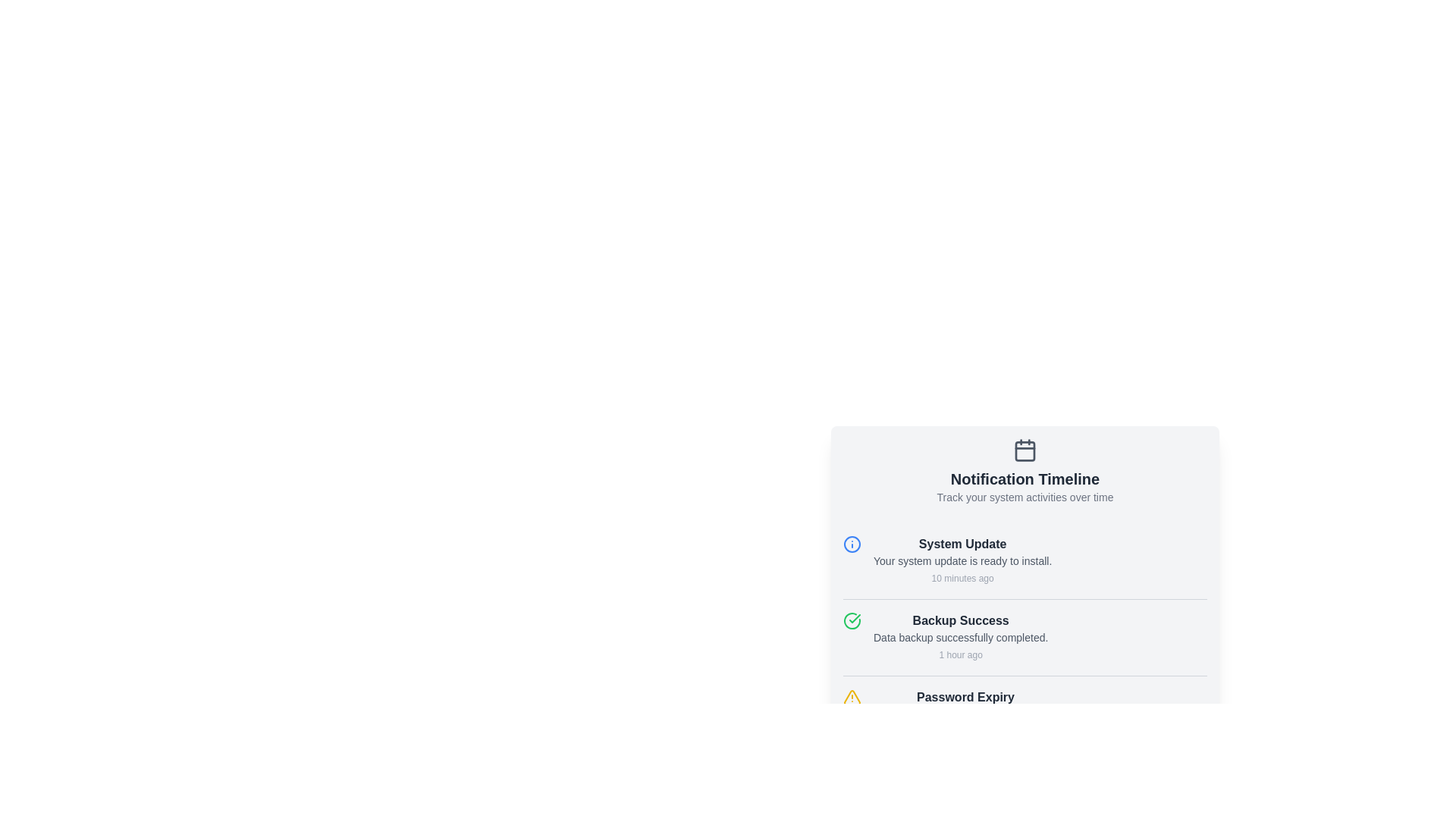 Image resolution: width=1456 pixels, height=819 pixels. What do you see at coordinates (852, 620) in the screenshot?
I see `the 'Backup Success' icon, which indicates the successful completion of the backup action, located to the left of the title text` at bounding box center [852, 620].